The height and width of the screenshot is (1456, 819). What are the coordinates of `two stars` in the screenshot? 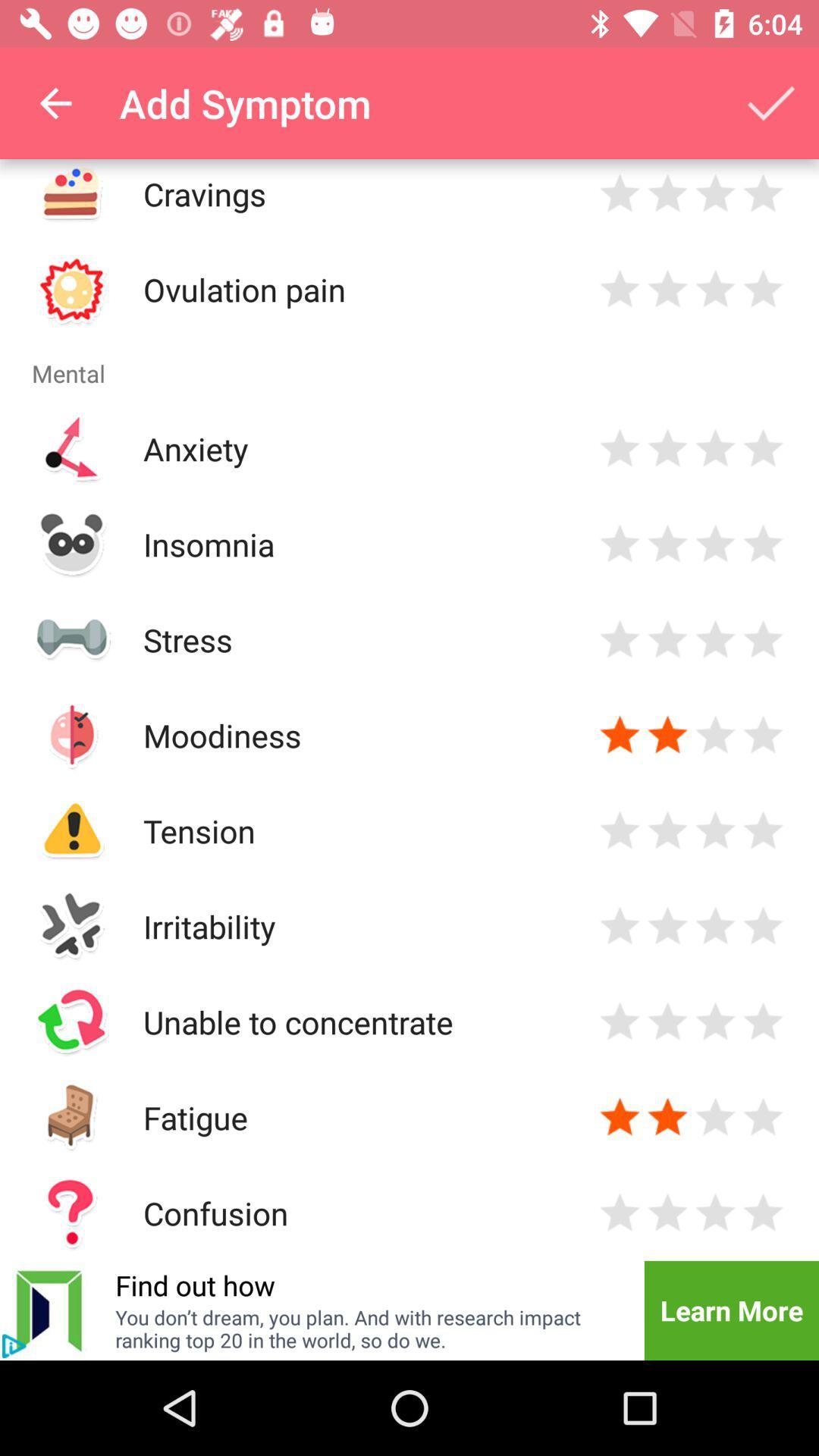 It's located at (667, 289).